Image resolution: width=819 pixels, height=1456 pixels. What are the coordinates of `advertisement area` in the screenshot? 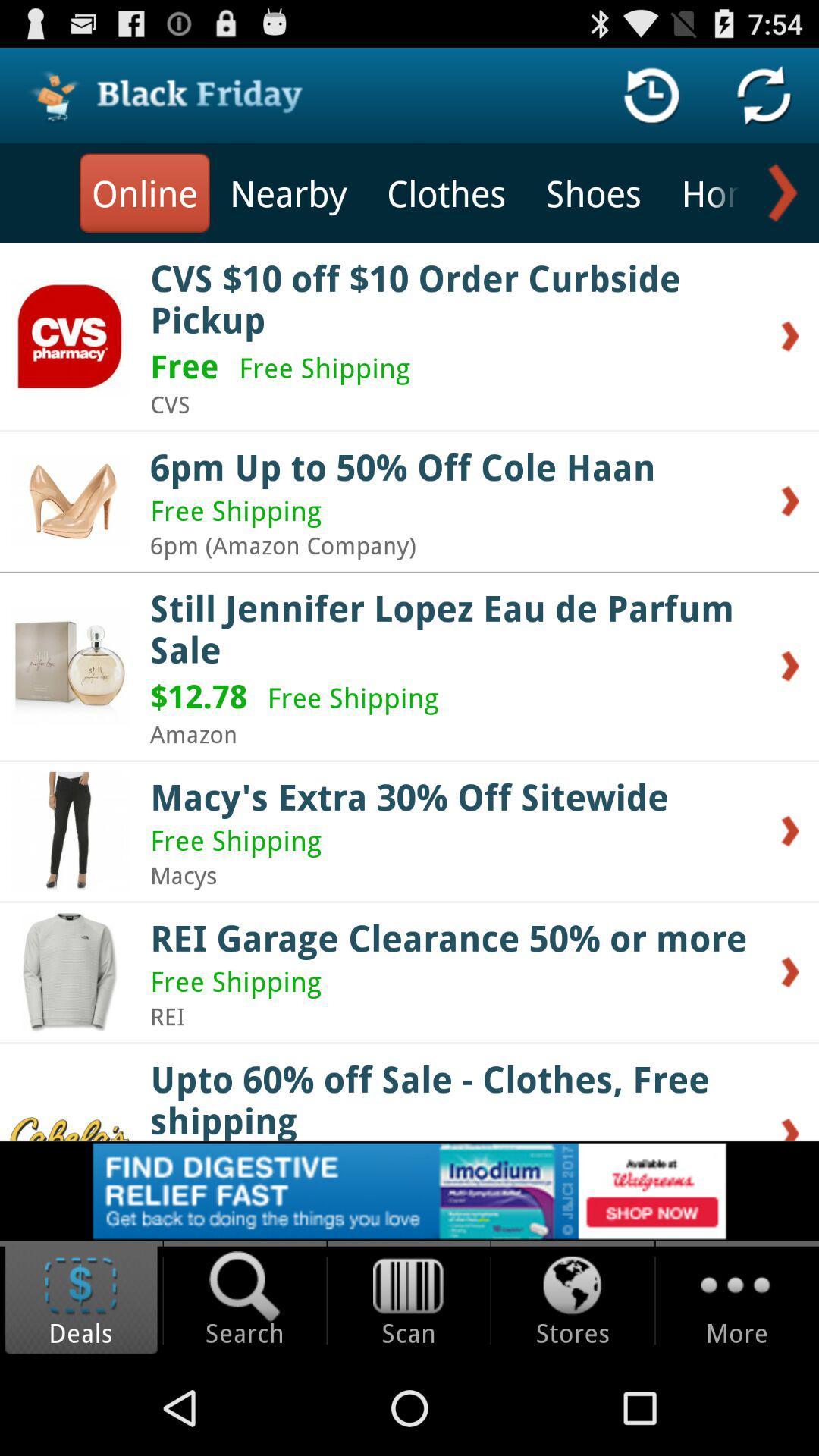 It's located at (409, 1190).